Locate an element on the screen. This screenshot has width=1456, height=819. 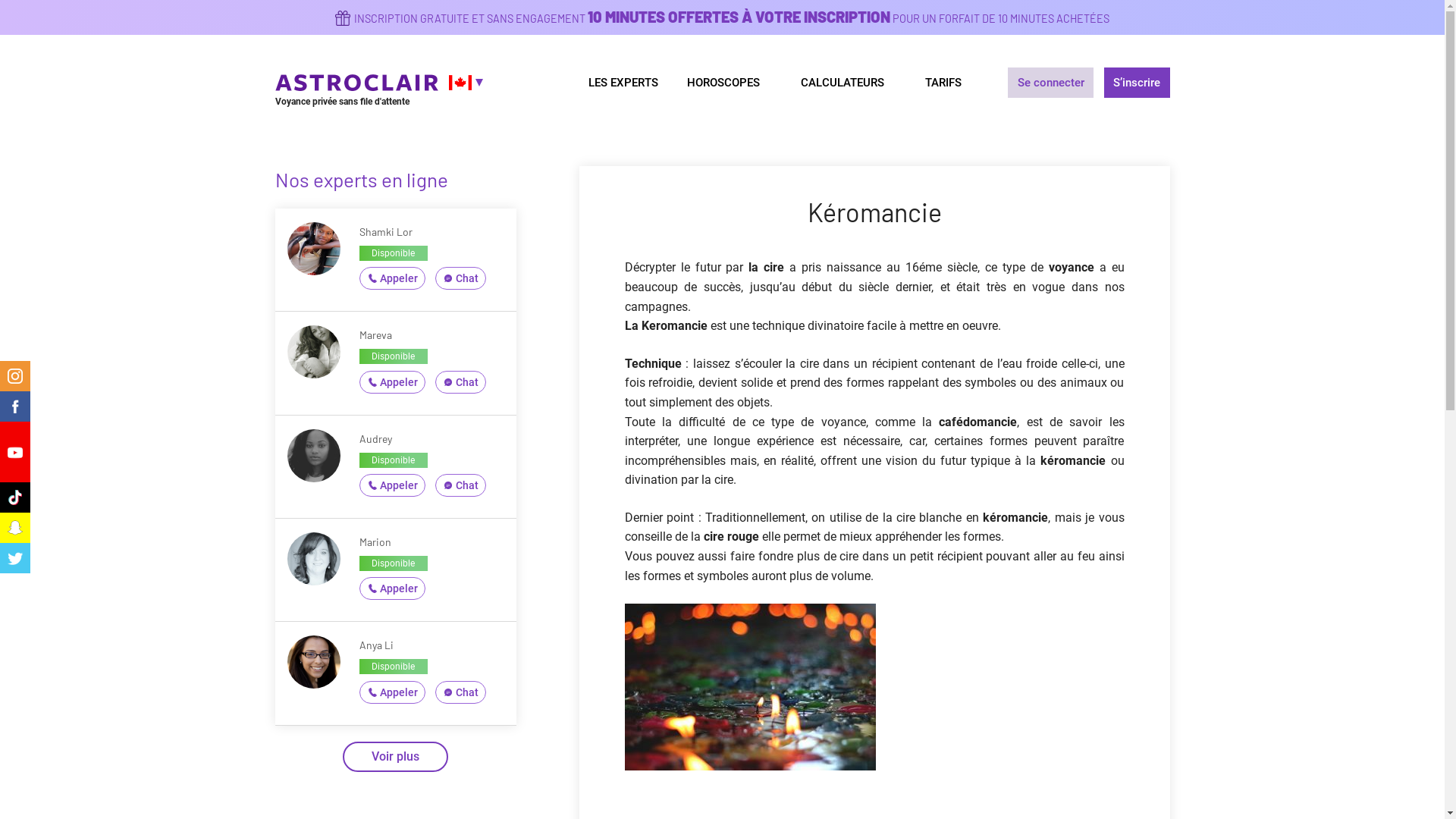
'Se connecter' is located at coordinates (1008, 82).